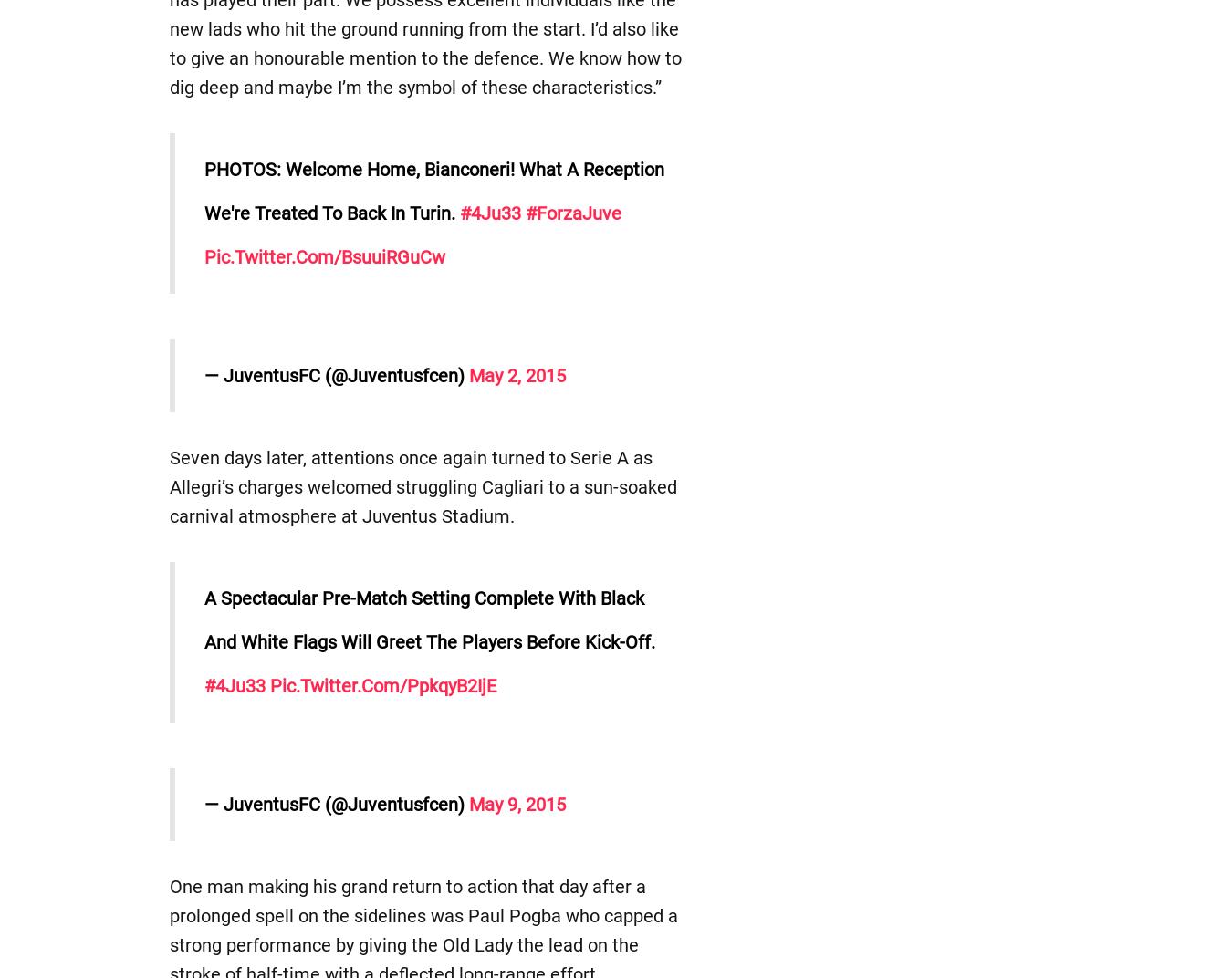 The image size is (1232, 978). Describe the element at coordinates (517, 805) in the screenshot. I see `'May 9, 2015'` at that location.